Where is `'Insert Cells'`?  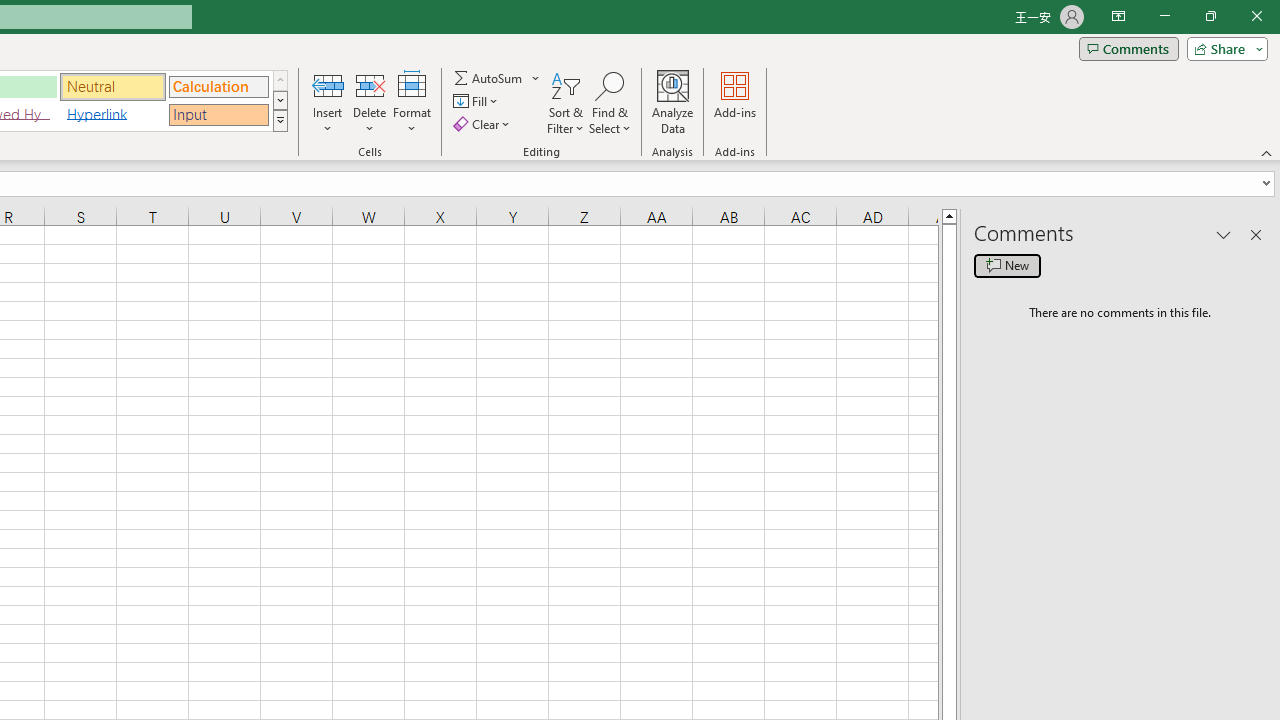 'Insert Cells' is located at coordinates (328, 84).